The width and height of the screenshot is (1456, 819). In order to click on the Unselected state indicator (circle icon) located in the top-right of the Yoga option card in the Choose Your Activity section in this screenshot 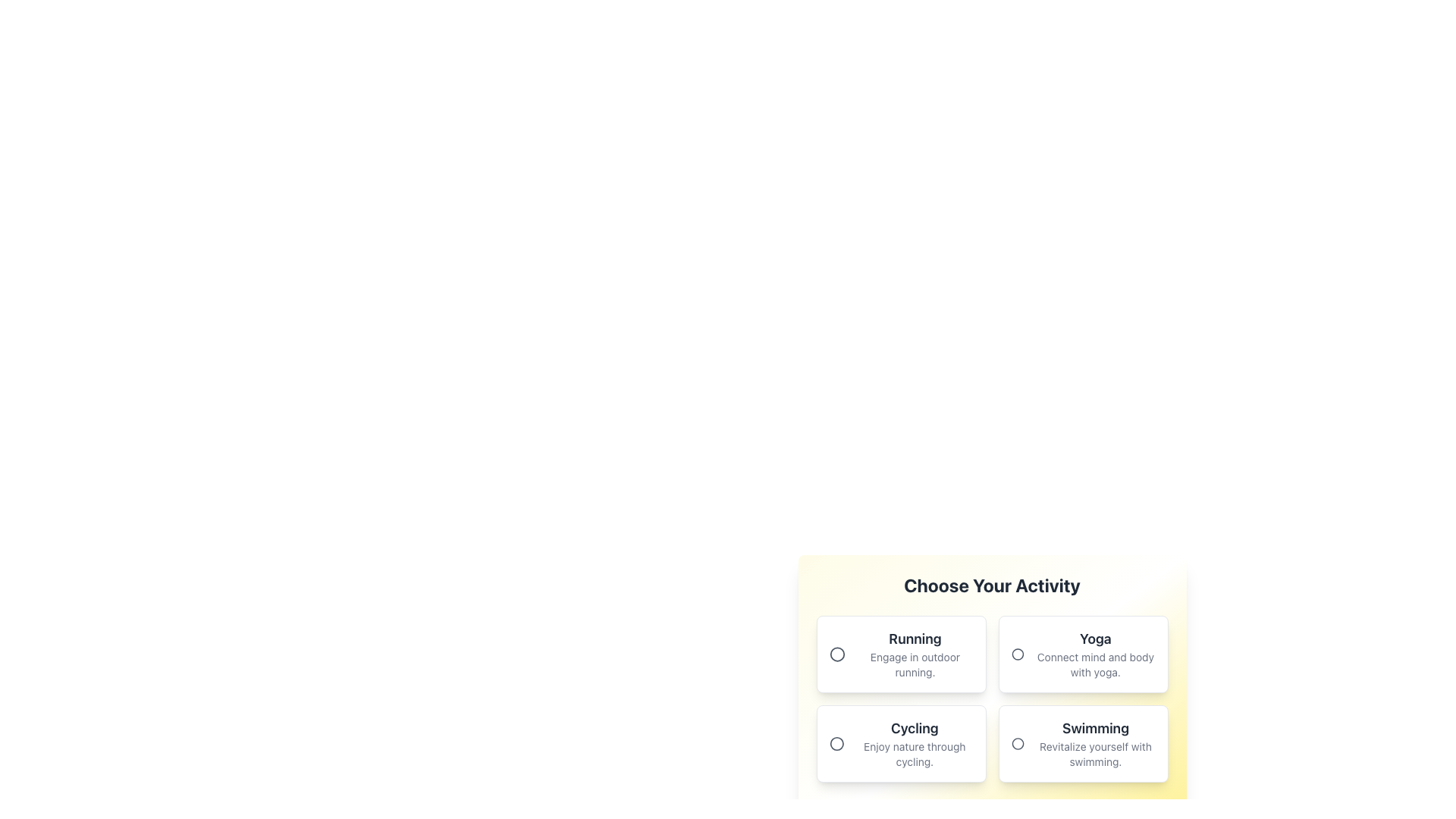, I will do `click(1017, 654)`.